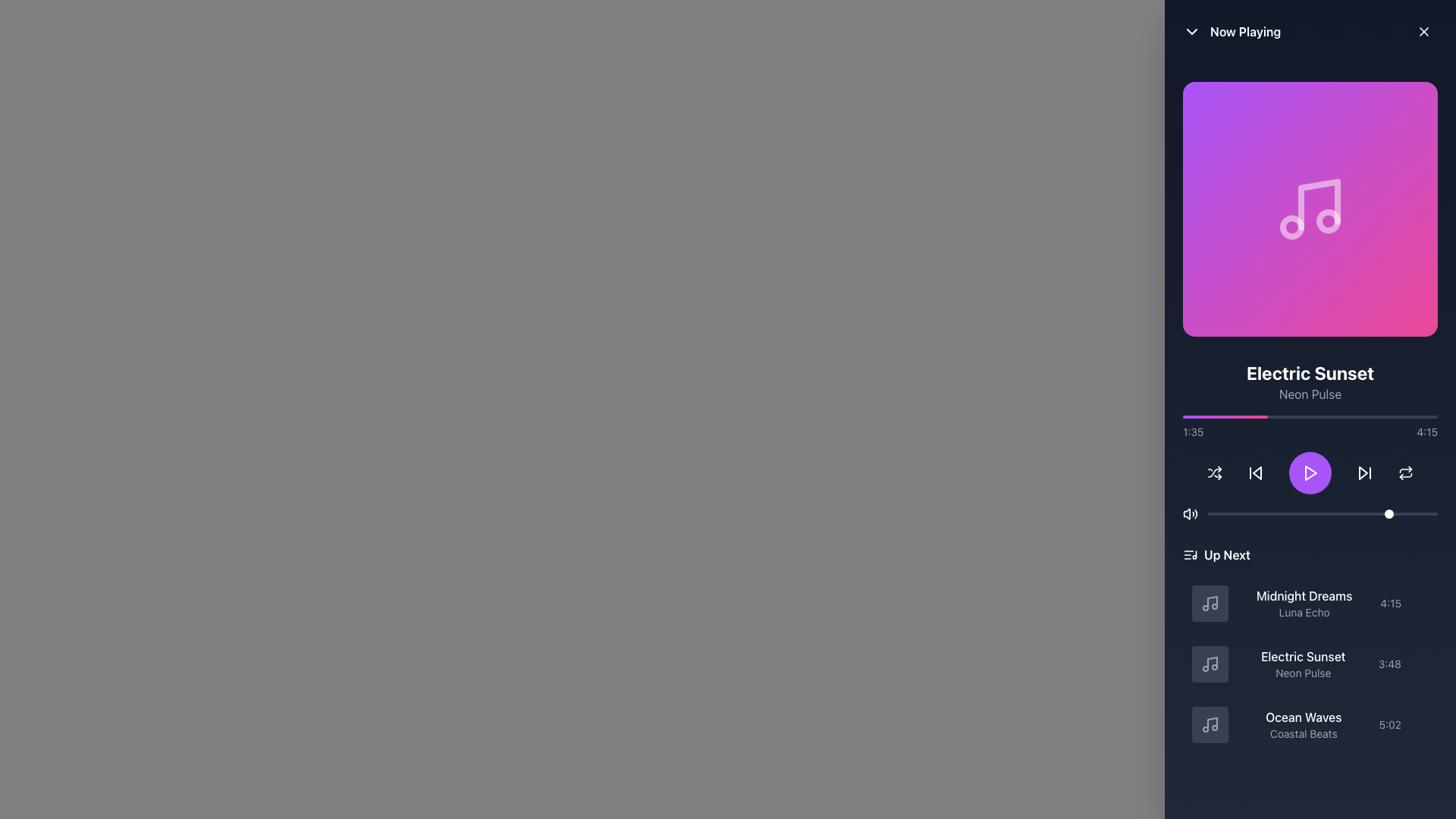  Describe the element at coordinates (1310, 394) in the screenshot. I see `the text label 'Neon Pulse' which is styled in muted gray and located directly below 'Electric Sunset' in the music player view` at that location.